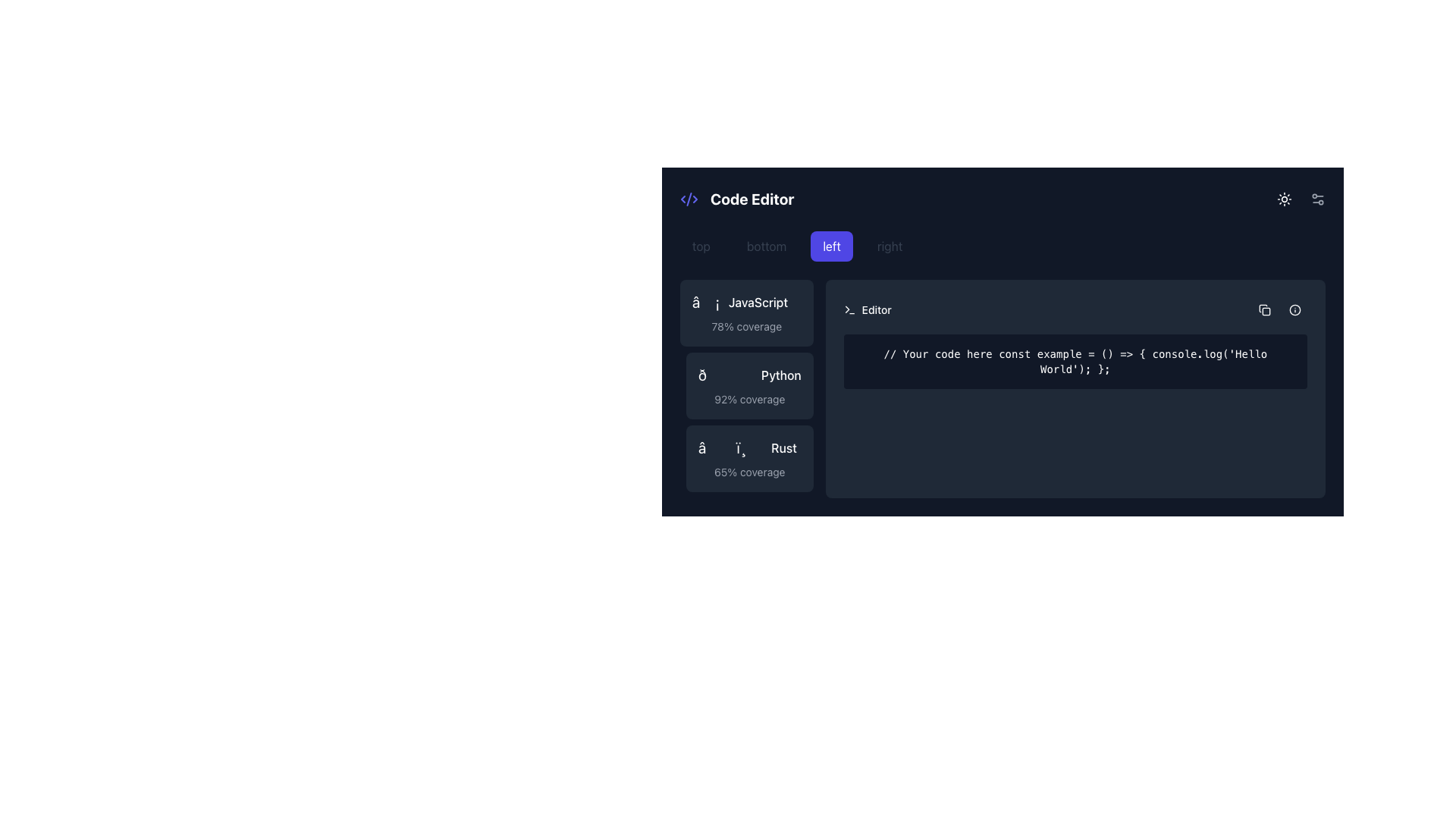 This screenshot has width=1456, height=819. I want to click on the 'Rust' informational card, which shows a coverage metric of 65%, located below the 'JavaScript' and 'Python' sections, so click(749, 458).